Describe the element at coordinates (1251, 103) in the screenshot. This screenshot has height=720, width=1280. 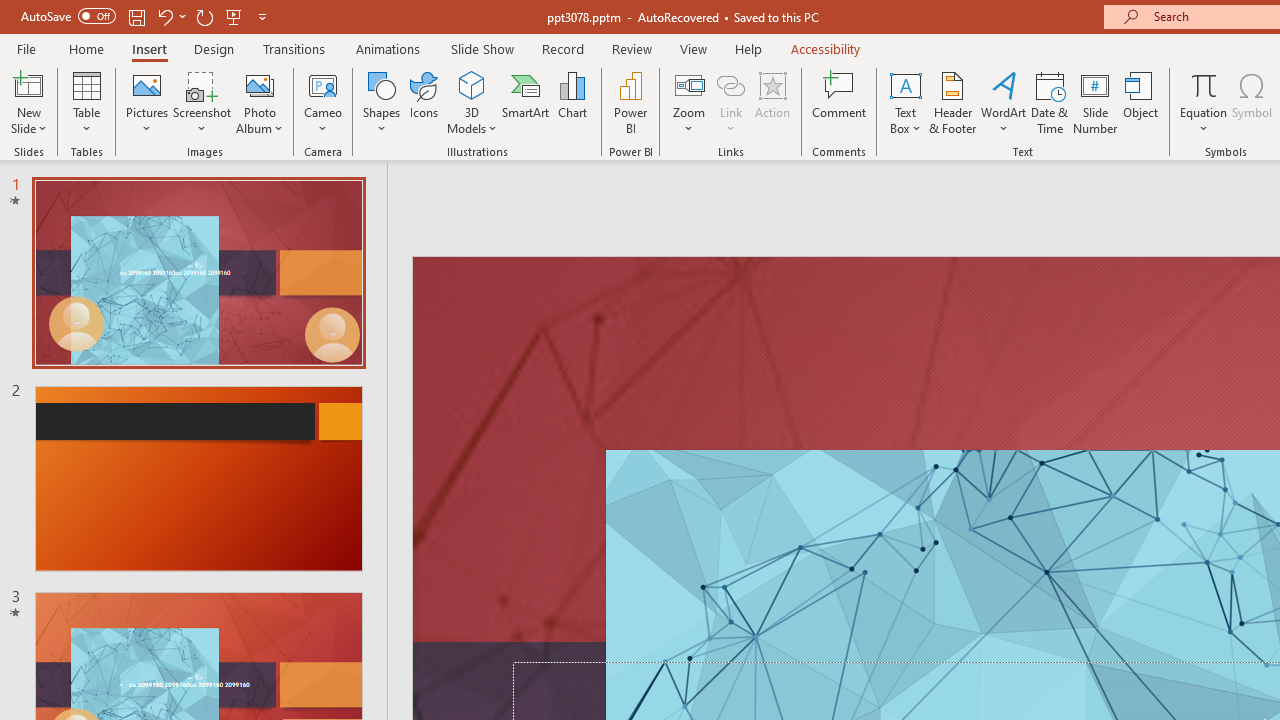
I see `'Symbol...'` at that location.